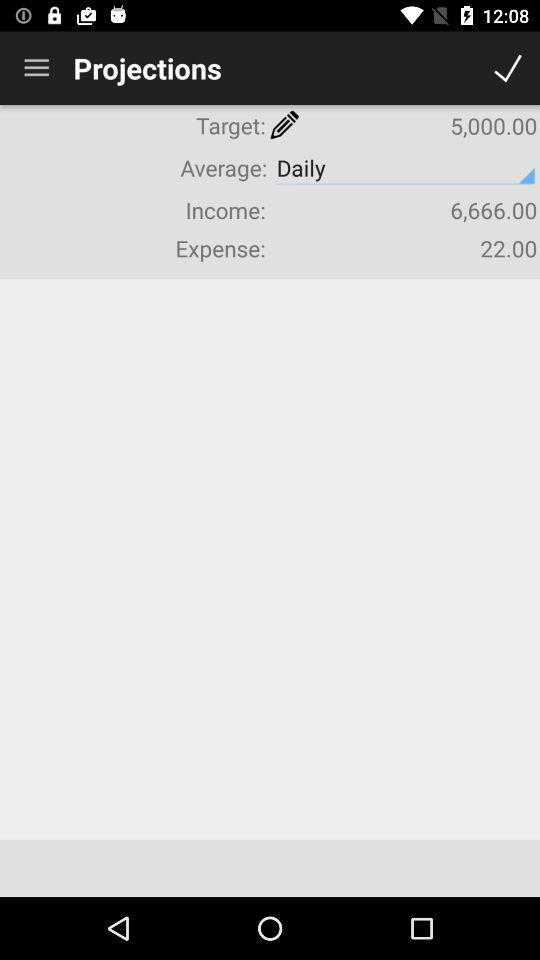  Describe the element at coordinates (508, 68) in the screenshot. I see `ready` at that location.